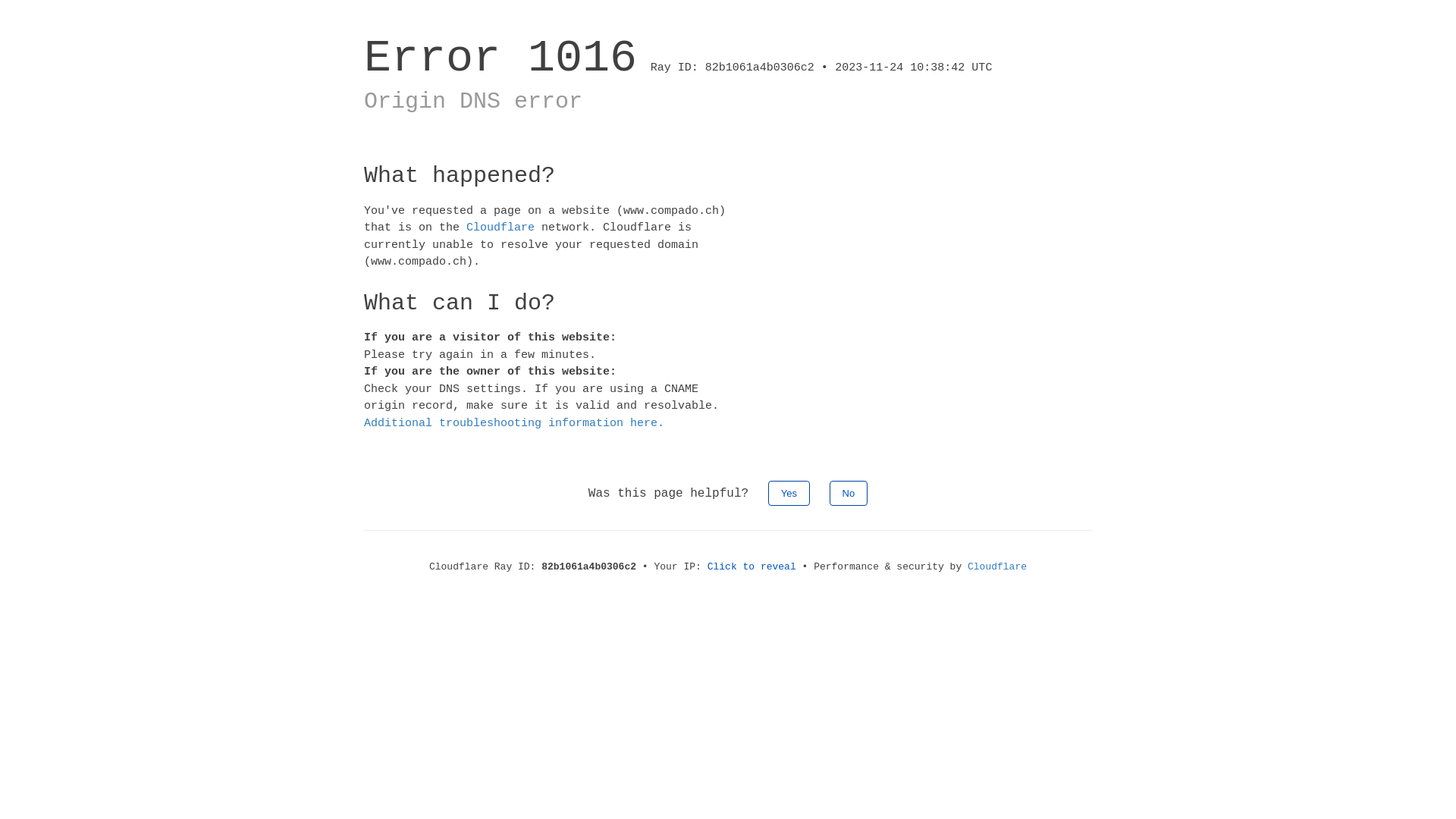  Describe the element at coordinates (848, 493) in the screenshot. I see `'No'` at that location.